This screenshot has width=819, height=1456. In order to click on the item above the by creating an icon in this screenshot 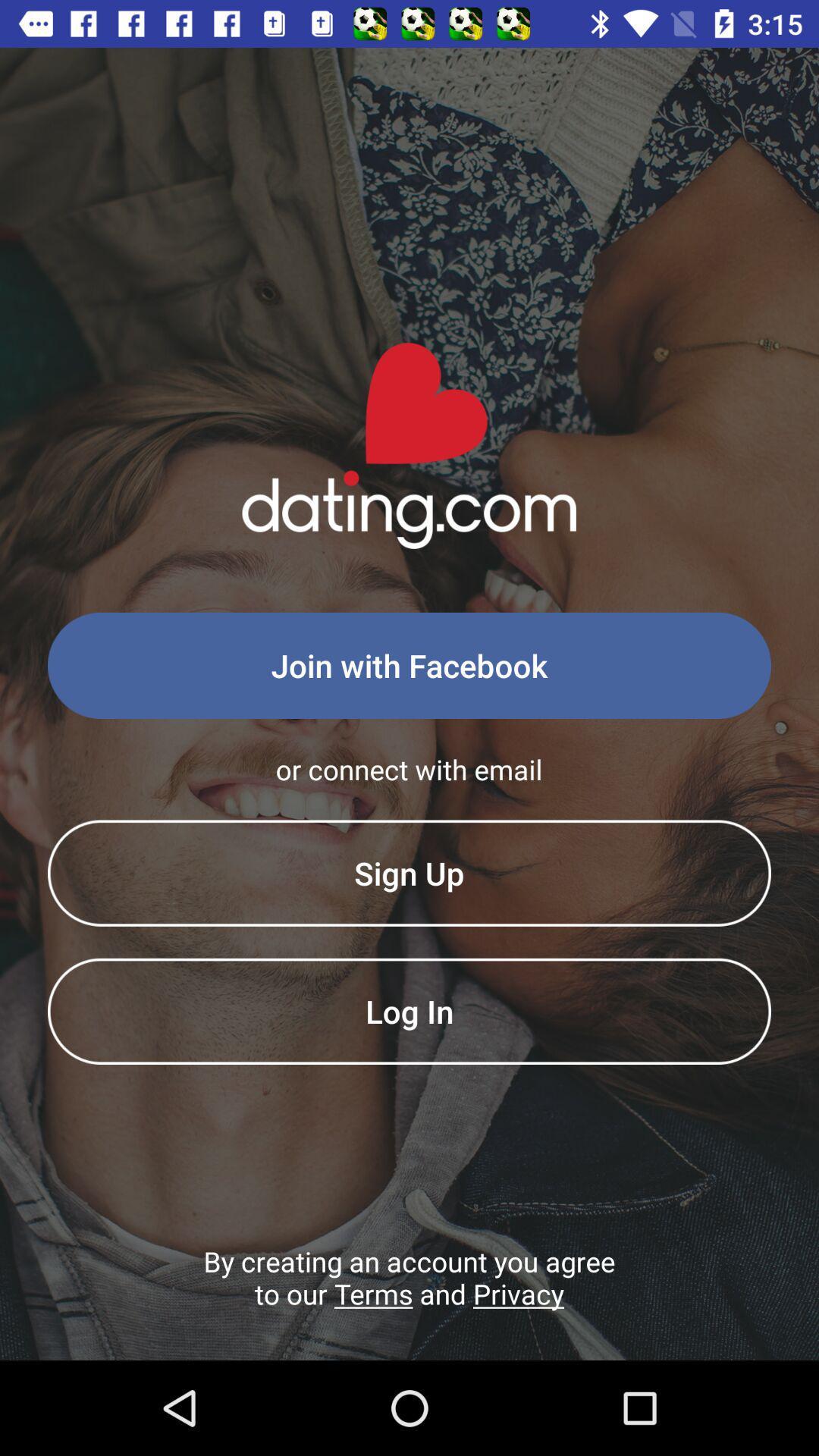, I will do `click(409, 1011)`.